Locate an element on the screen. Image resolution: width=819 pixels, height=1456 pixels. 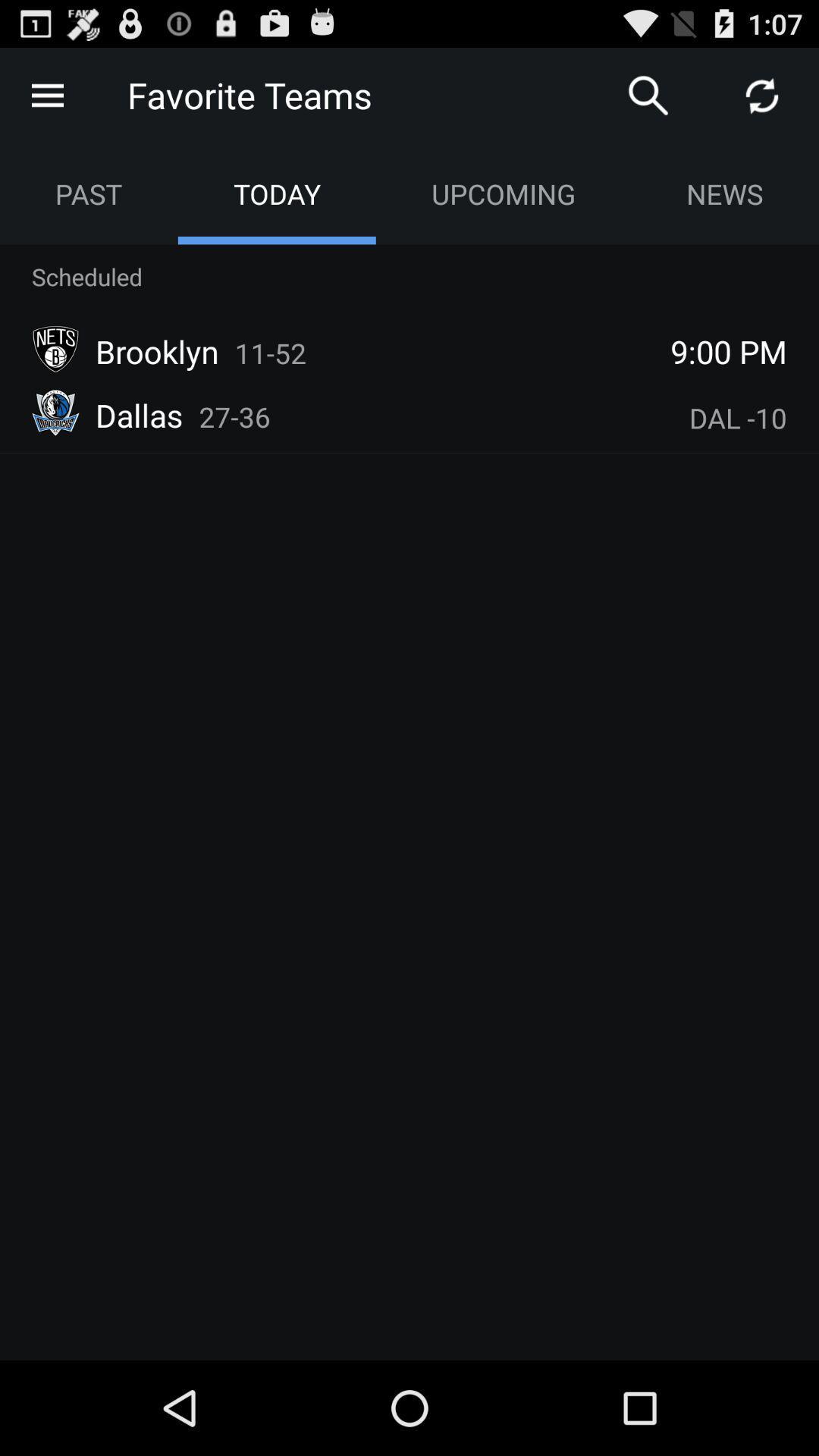
the item next to the today item is located at coordinates (89, 193).